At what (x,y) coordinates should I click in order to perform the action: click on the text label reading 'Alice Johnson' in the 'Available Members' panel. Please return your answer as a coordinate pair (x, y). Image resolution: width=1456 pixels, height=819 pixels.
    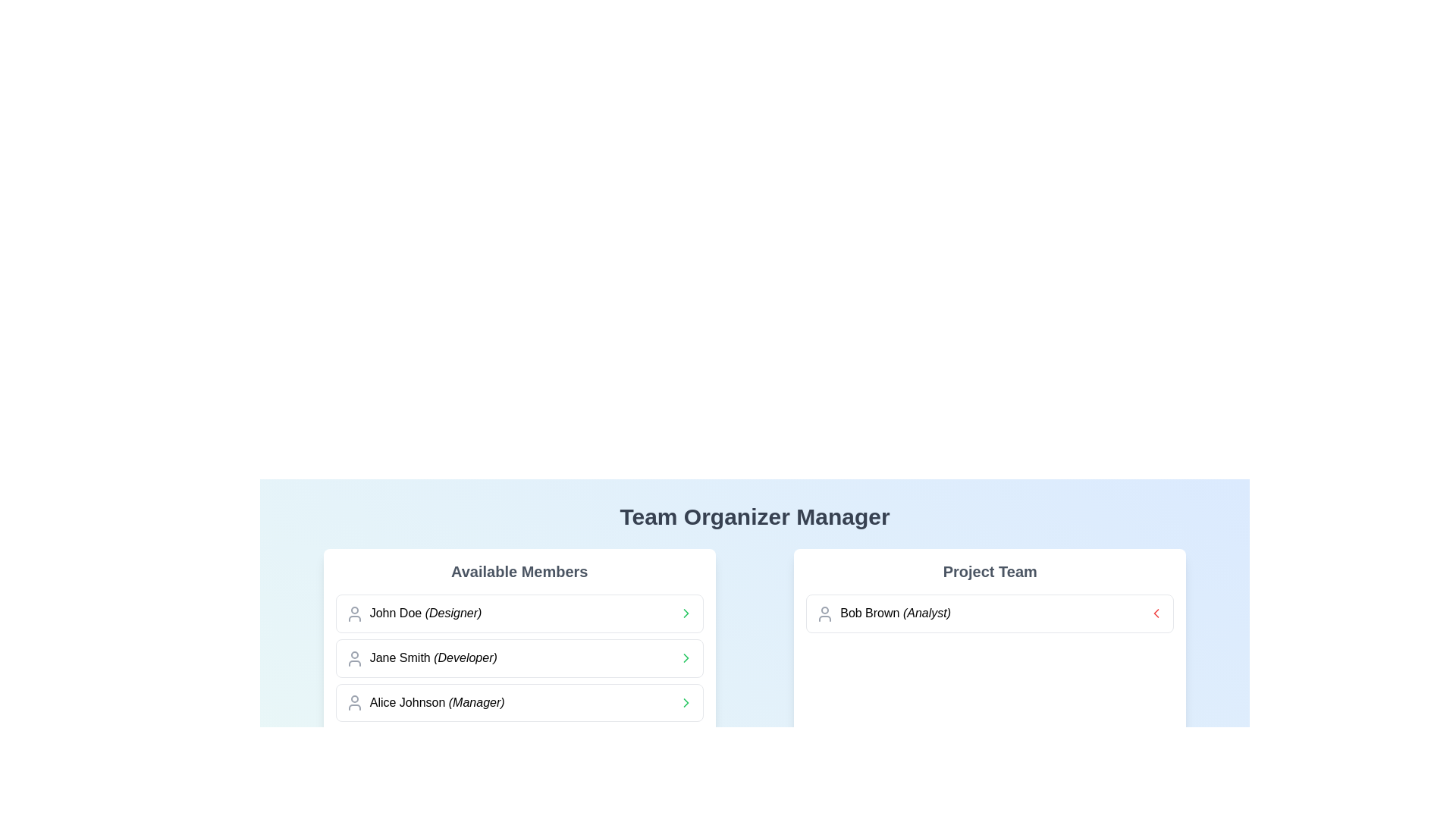
    Looking at the image, I should click on (407, 701).